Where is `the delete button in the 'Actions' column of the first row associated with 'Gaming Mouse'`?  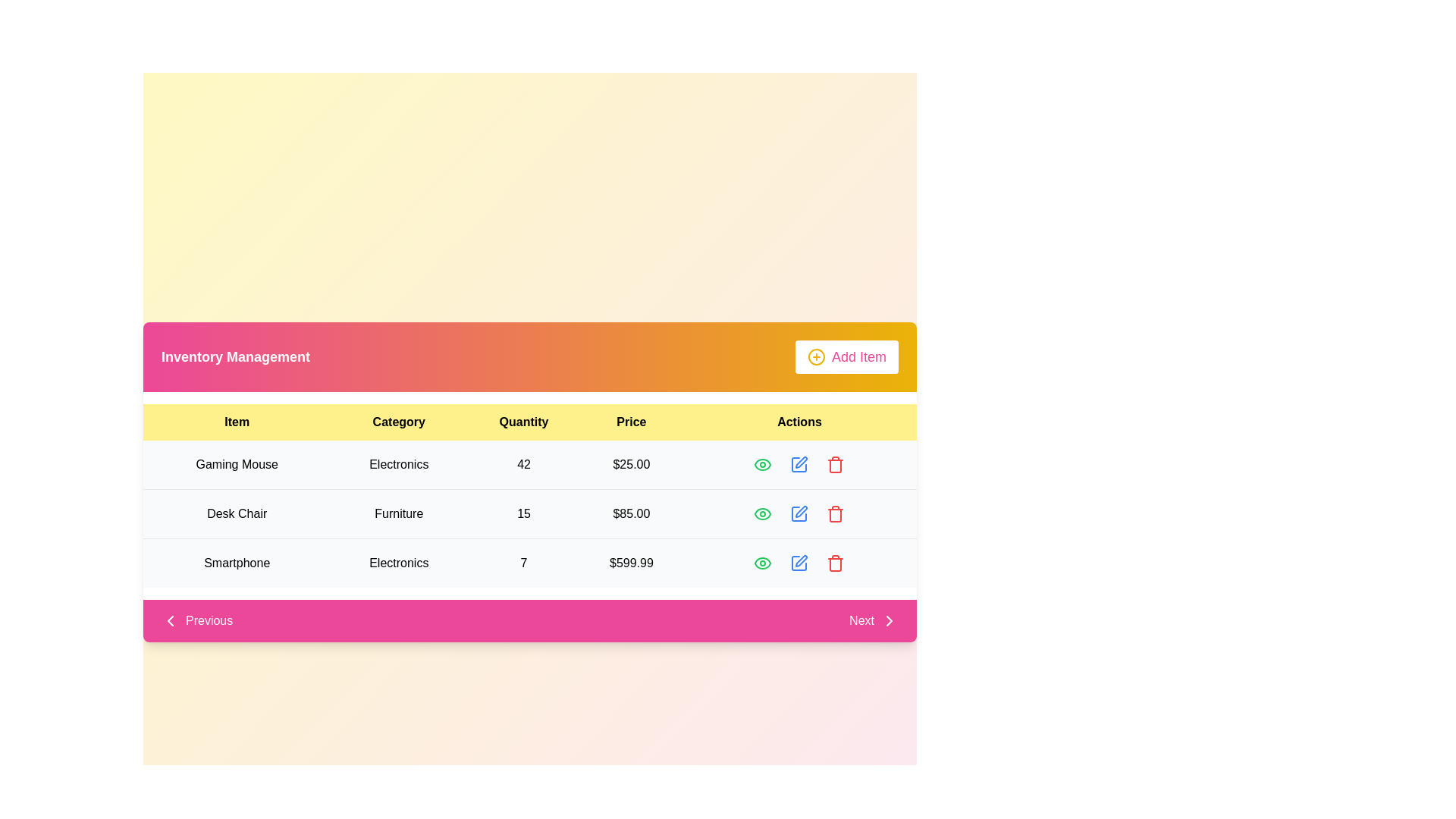 the delete button in the 'Actions' column of the first row associated with 'Gaming Mouse' is located at coordinates (835, 464).